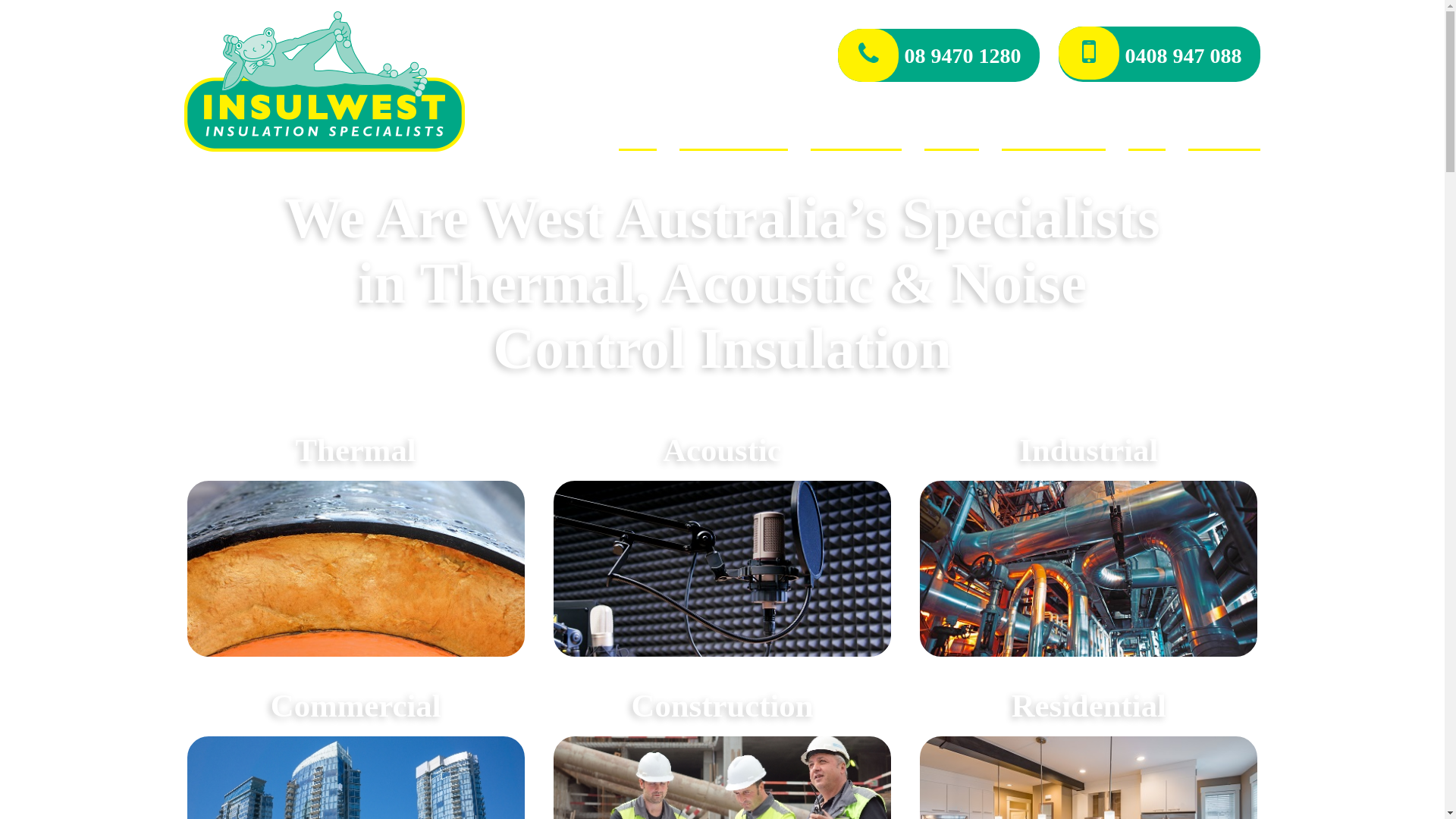 The image size is (1456, 819). Describe the element at coordinates (637, 134) in the screenshot. I see `'Home'` at that location.